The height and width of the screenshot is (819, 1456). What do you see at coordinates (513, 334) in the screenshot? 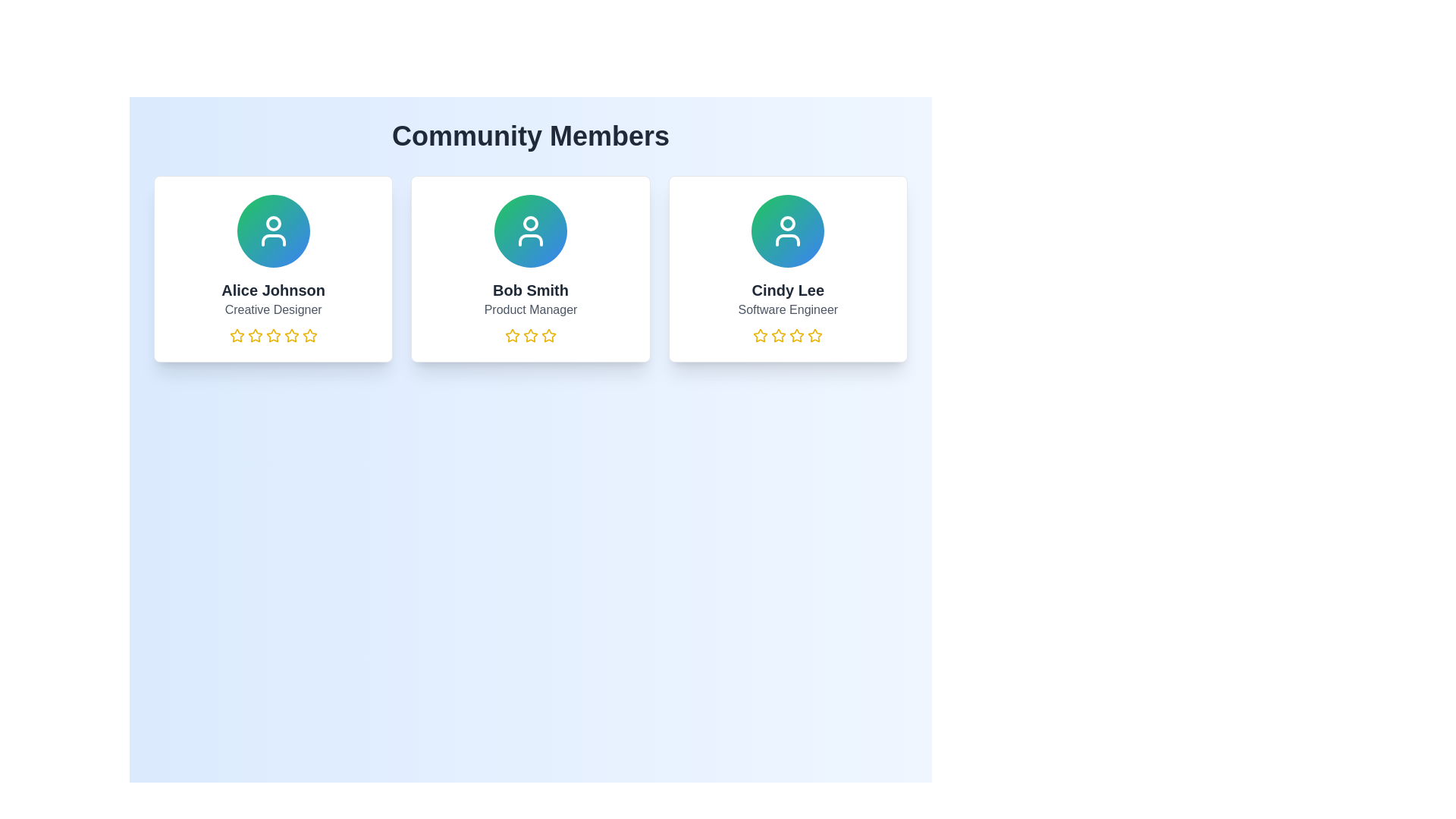
I see `the first yellow star rating icon under the name 'Bob Smith' in the 'Community Members' section` at bounding box center [513, 334].